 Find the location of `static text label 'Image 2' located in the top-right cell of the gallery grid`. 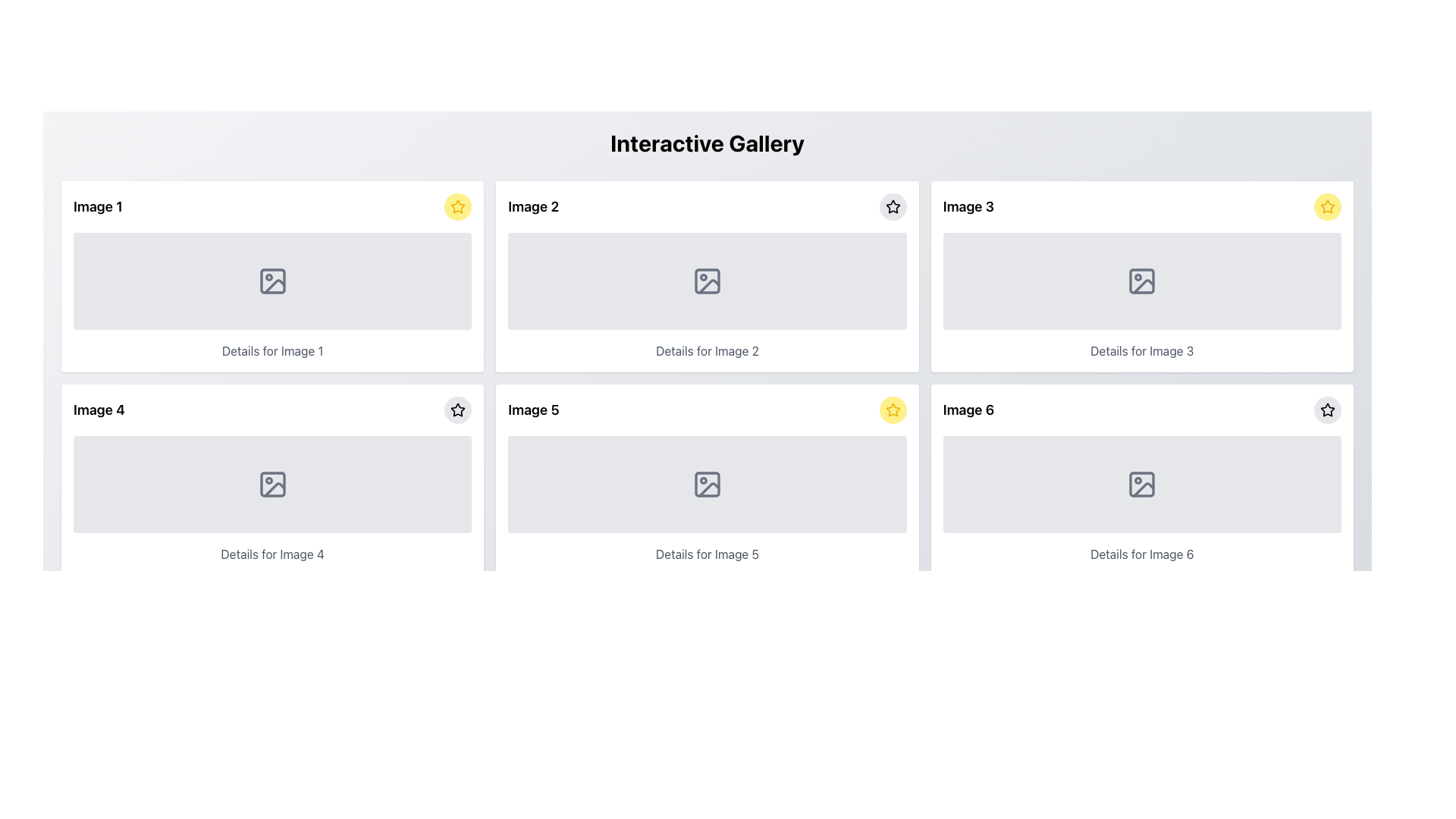

static text label 'Image 2' located in the top-right cell of the gallery grid is located at coordinates (533, 207).